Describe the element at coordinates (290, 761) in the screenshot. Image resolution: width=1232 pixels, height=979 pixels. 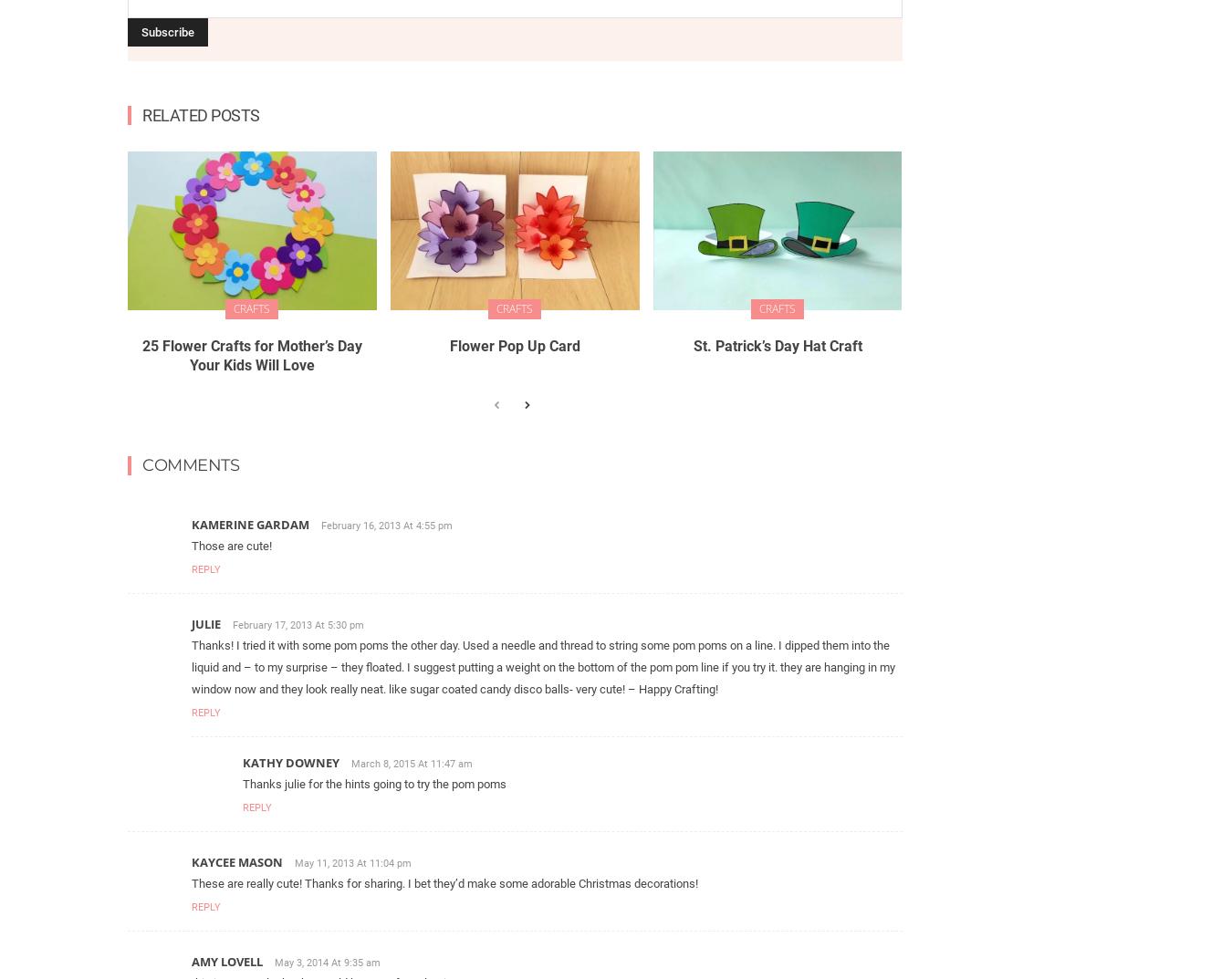
I see `'kathy downey'` at that location.